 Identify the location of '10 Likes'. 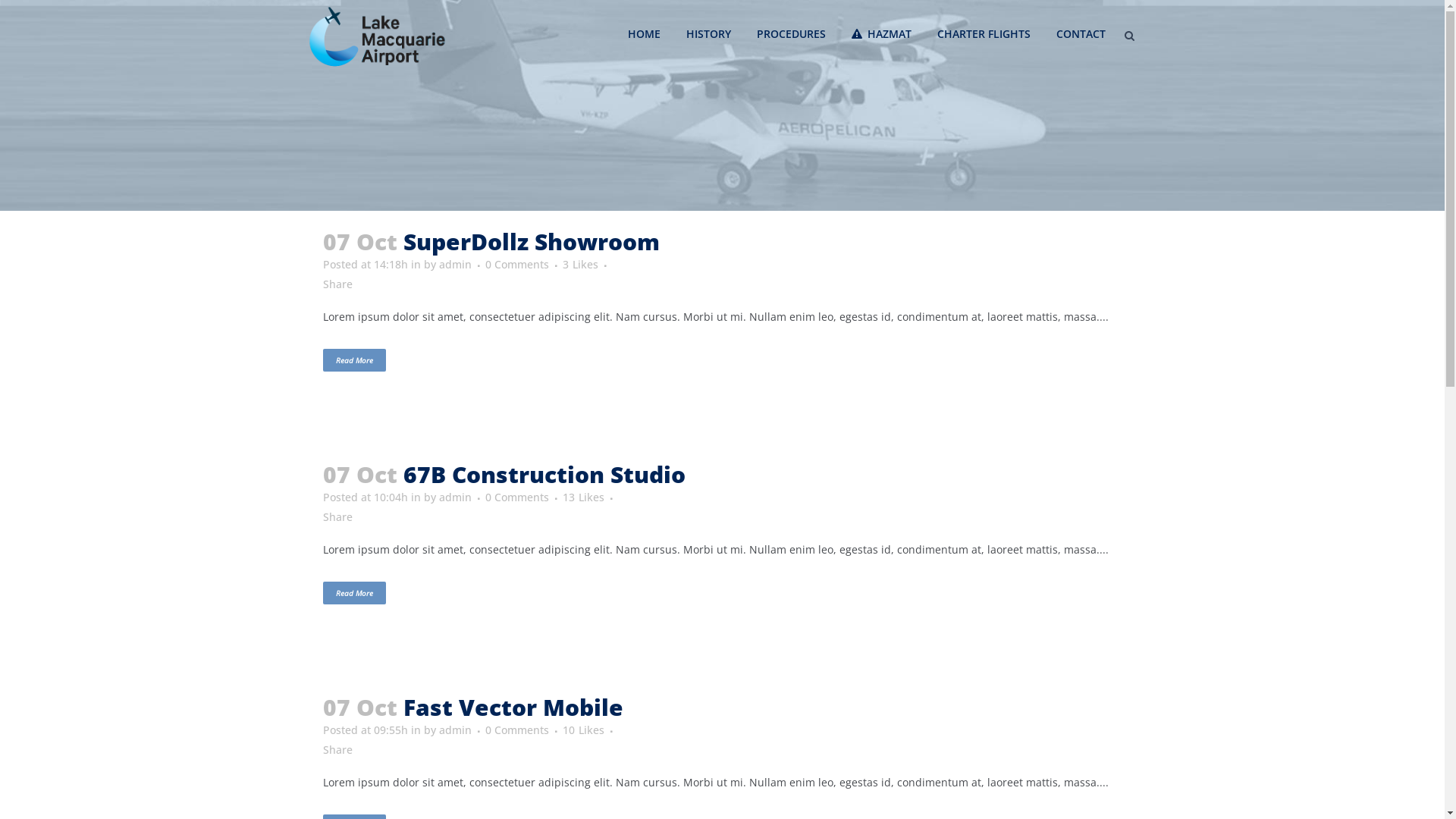
(562, 730).